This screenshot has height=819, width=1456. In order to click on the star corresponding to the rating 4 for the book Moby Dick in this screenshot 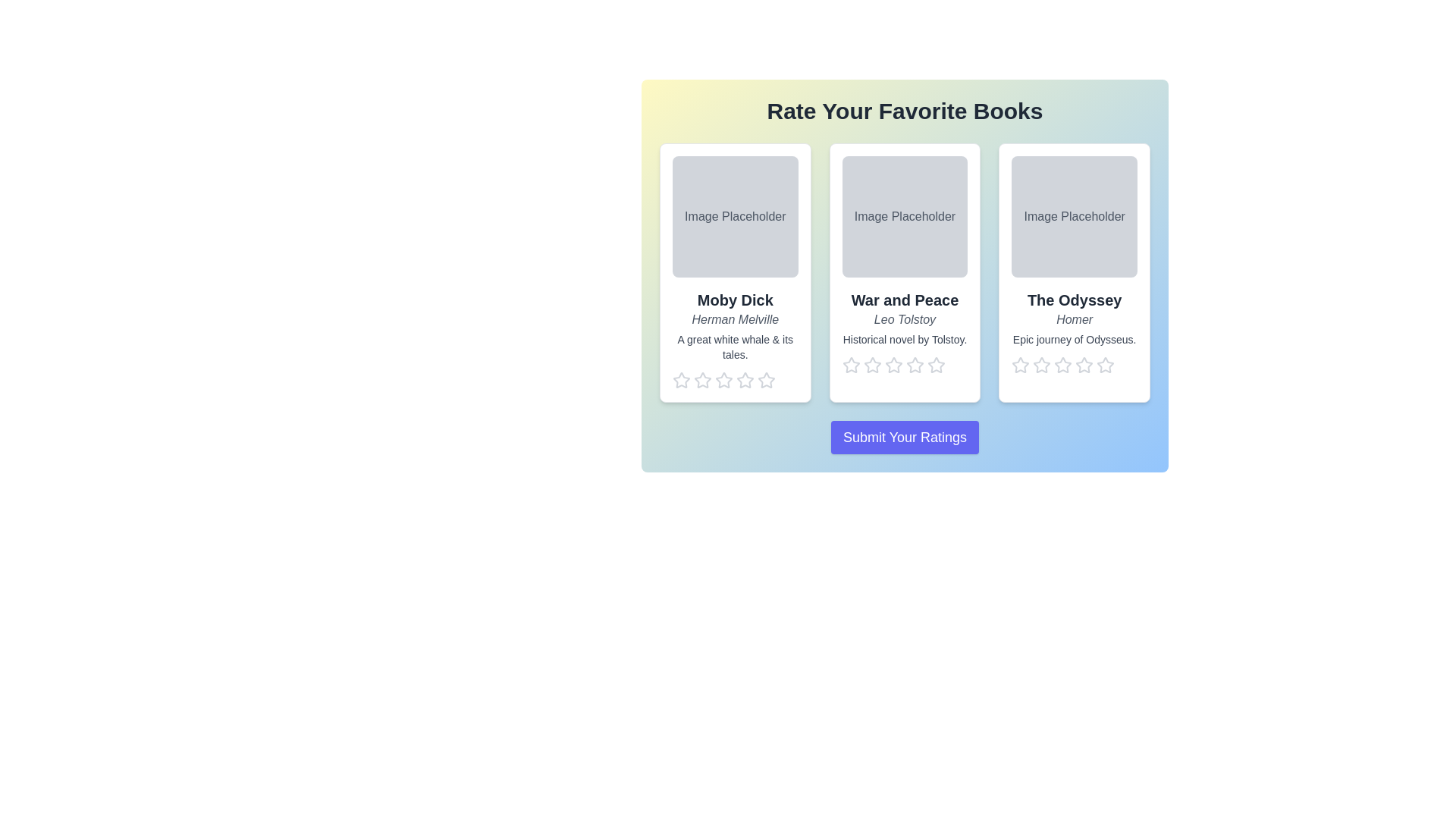, I will do `click(745, 379)`.